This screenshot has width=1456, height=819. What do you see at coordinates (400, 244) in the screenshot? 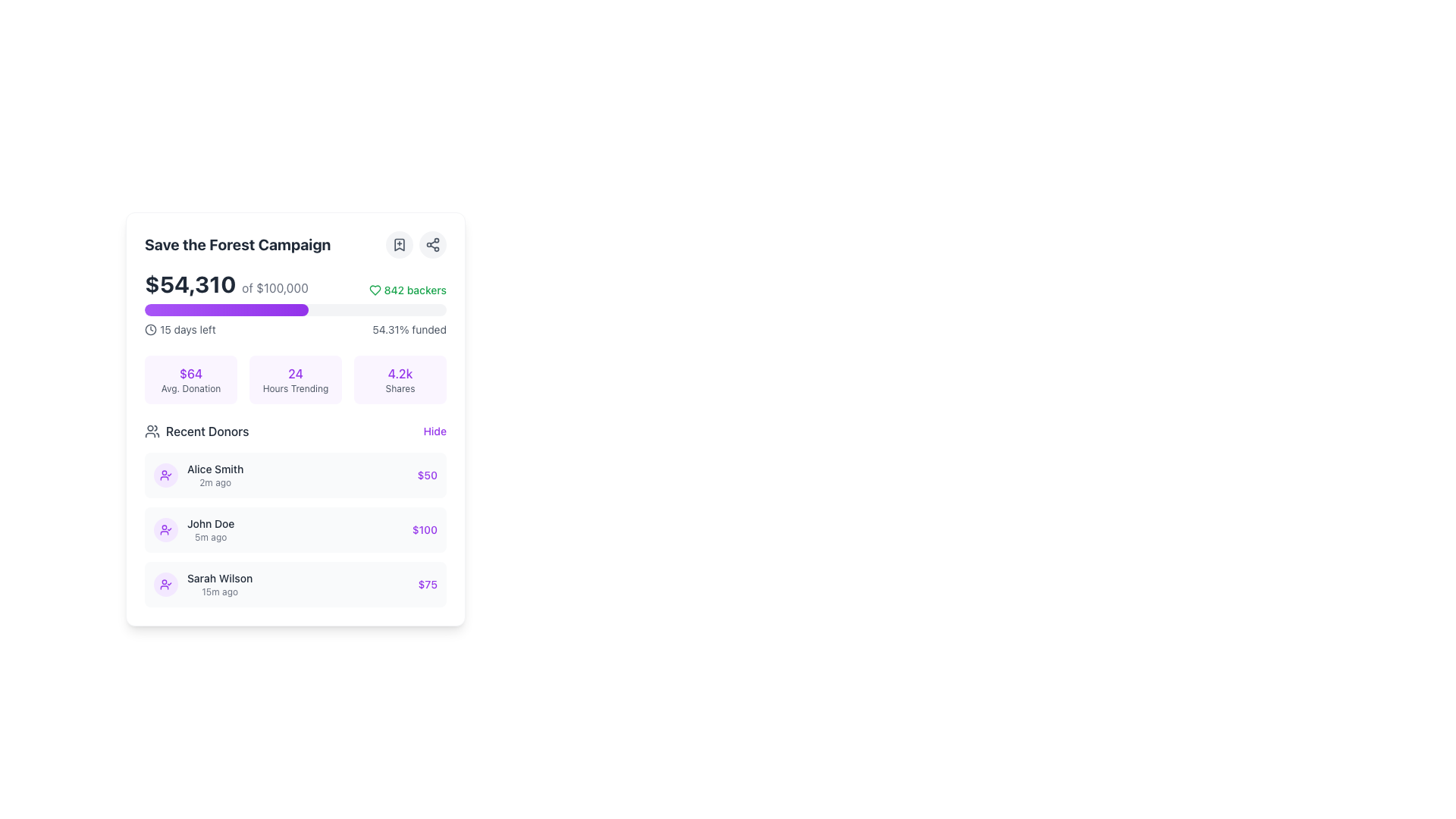
I see `the bookmark-plus icon within the circular button located to the right of the 'Save the Forest Campaign' header` at bounding box center [400, 244].